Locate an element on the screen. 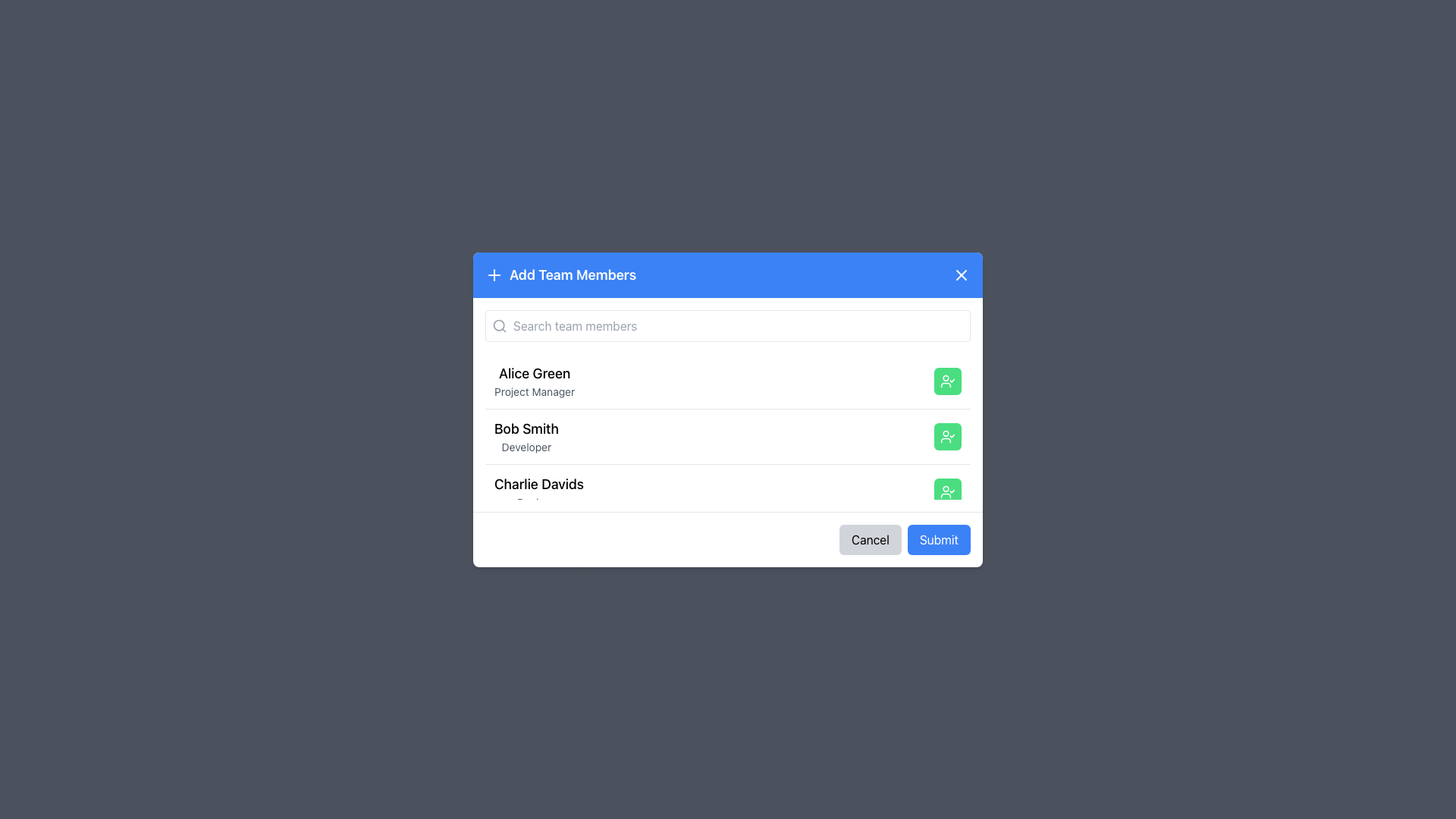 The width and height of the screenshot is (1456, 819). the user-check icon, which is a white graphic figure of a person with a check mark on a green circular background, located next to 'Alice Green' in the dialog box is located at coordinates (946, 380).